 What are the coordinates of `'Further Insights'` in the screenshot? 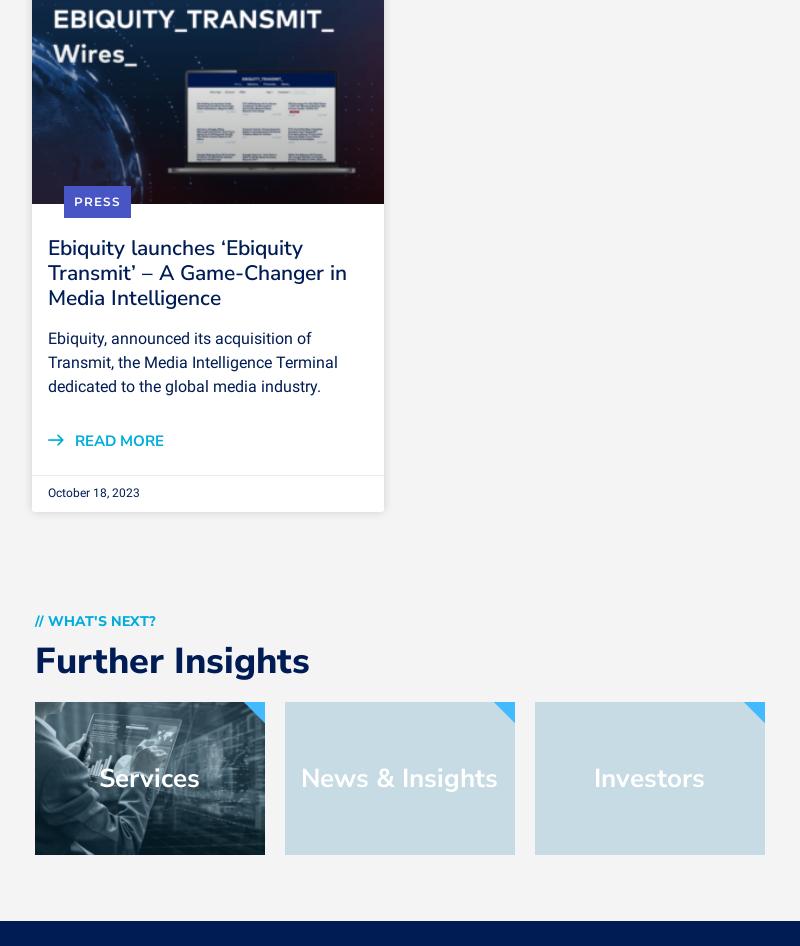 It's located at (33, 660).